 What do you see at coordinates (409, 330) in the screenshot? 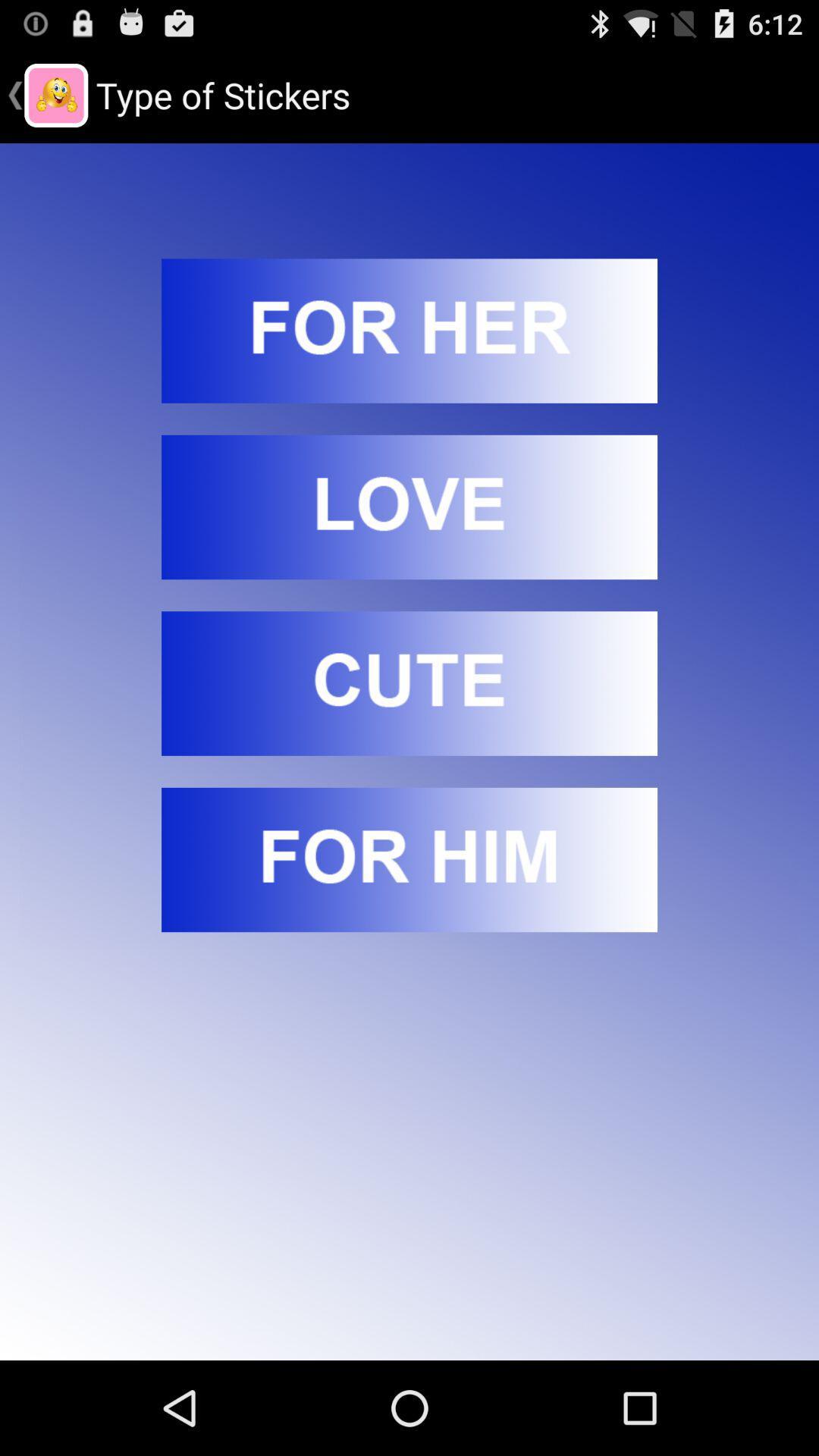
I see `item at the top` at bounding box center [409, 330].